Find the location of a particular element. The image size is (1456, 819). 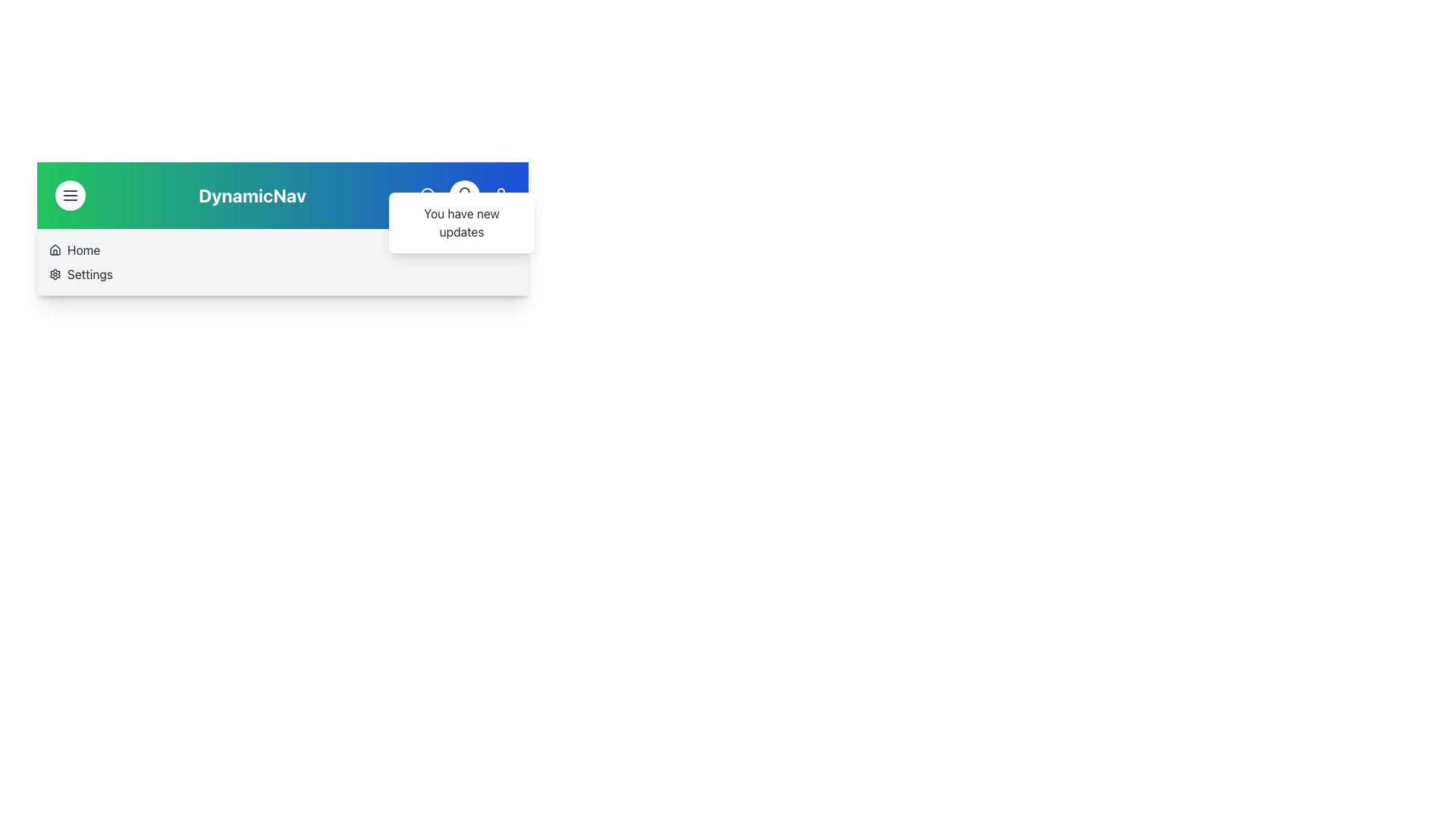

the notification bell icon located in the navigation bar is located at coordinates (464, 195).